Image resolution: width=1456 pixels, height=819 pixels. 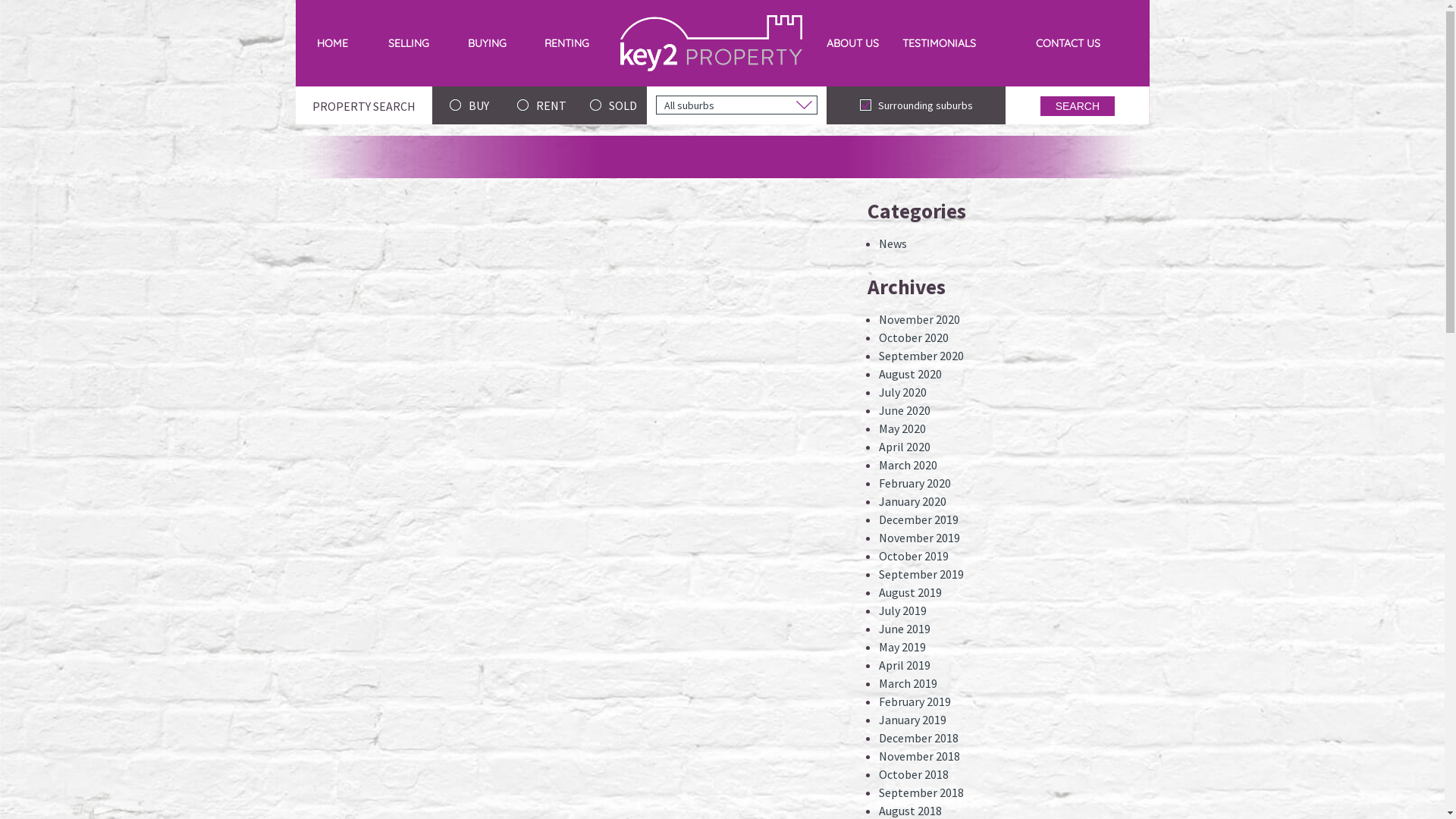 What do you see at coordinates (908, 683) in the screenshot?
I see `'March 2019'` at bounding box center [908, 683].